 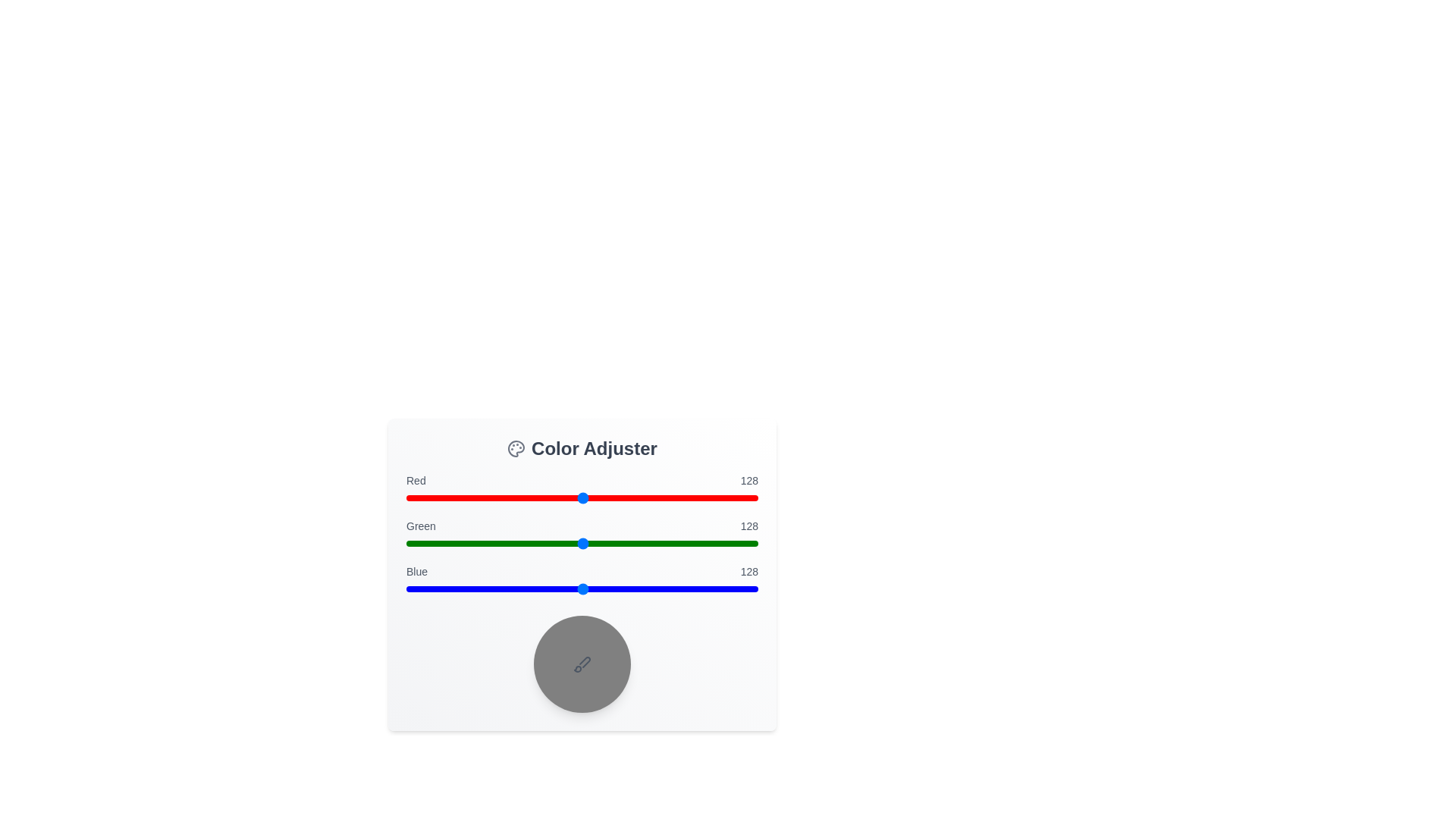 I want to click on the red slider to the value 164, so click(x=632, y=497).